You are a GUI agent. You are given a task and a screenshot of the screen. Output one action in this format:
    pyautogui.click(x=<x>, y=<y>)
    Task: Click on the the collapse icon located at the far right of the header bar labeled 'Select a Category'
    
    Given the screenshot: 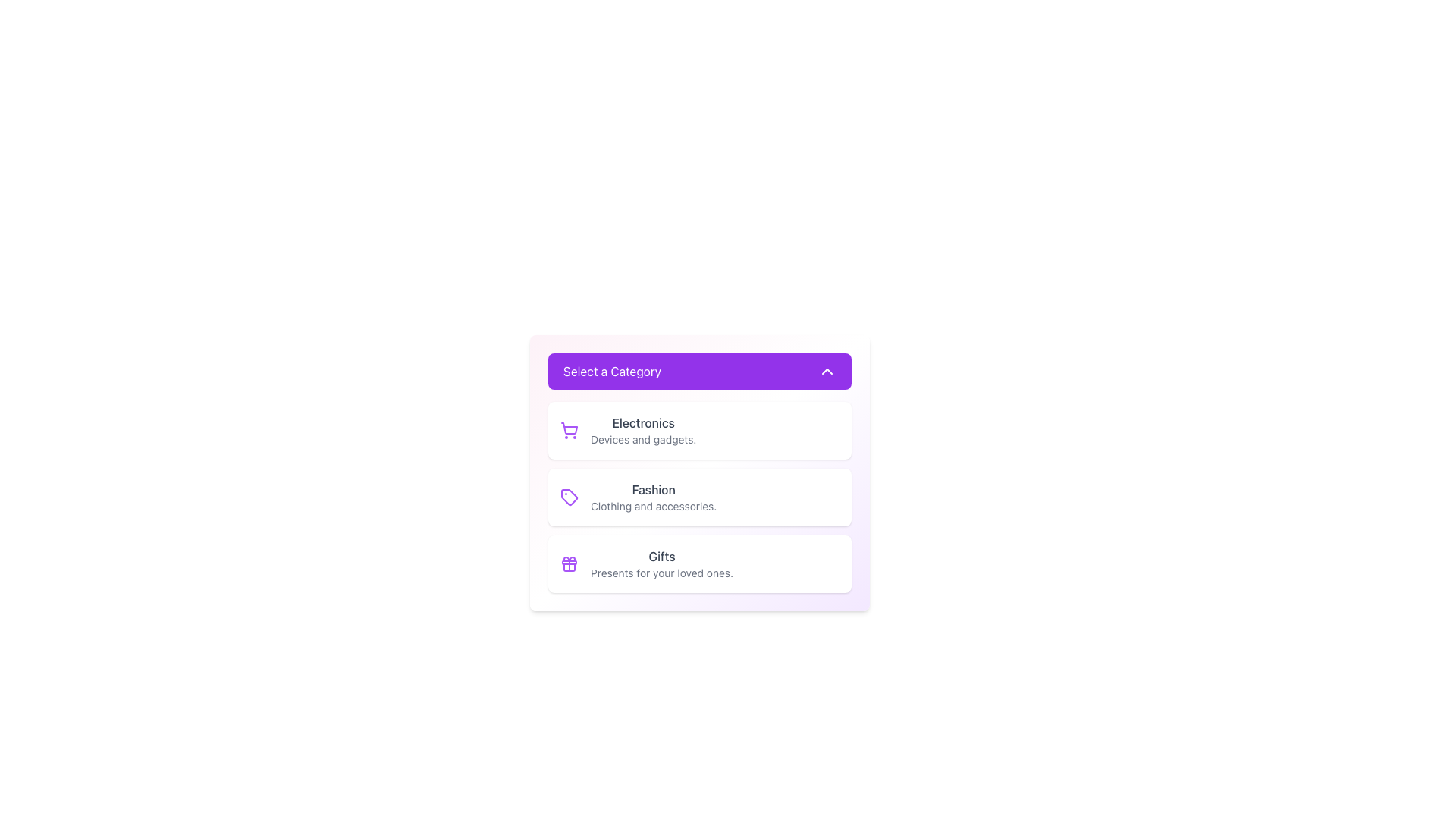 What is the action you would take?
    pyautogui.click(x=826, y=371)
    